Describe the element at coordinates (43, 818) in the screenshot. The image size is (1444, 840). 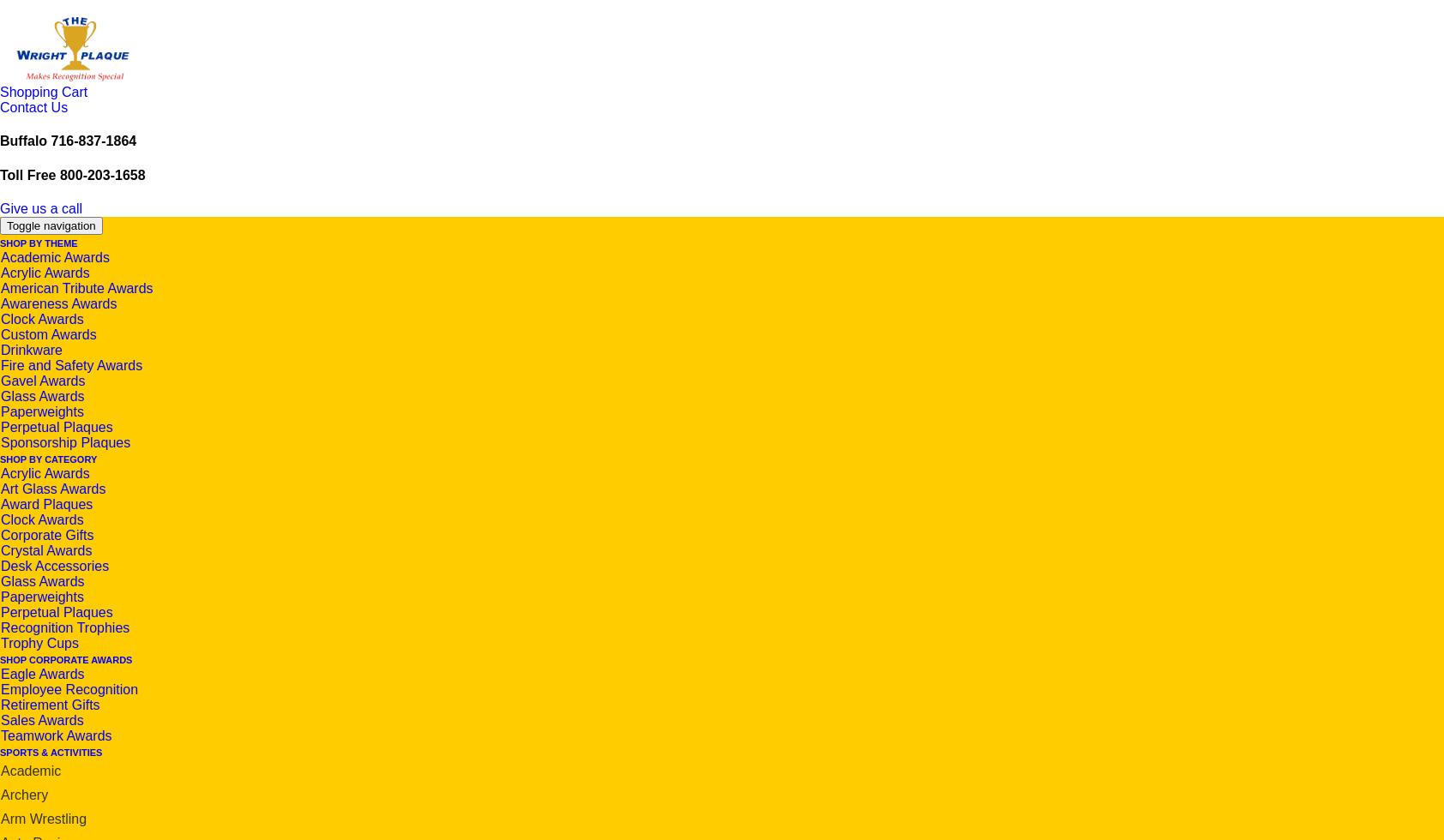
I see `'Arm Wrestling'` at that location.